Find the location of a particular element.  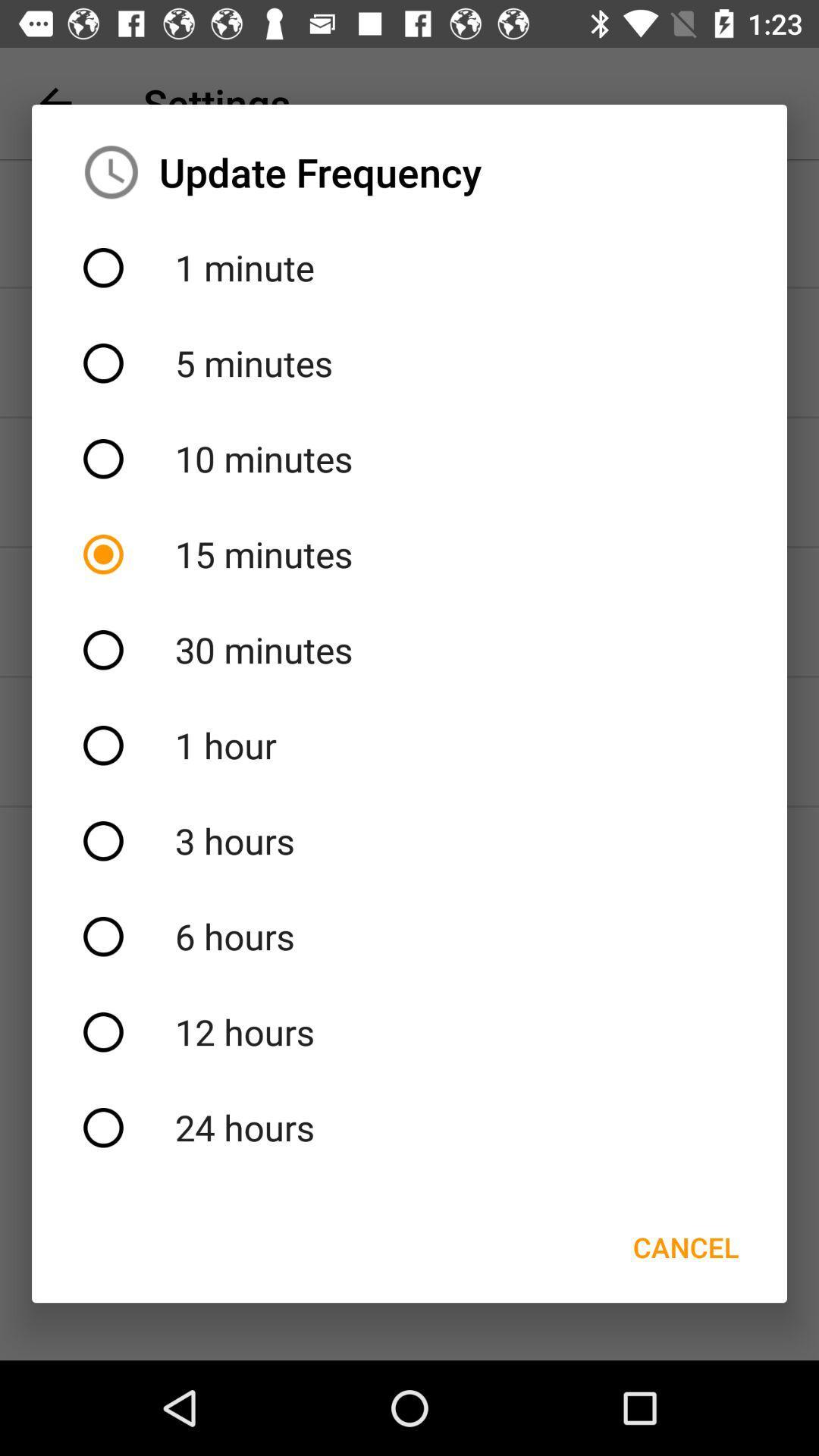

icon below 30 minutes icon is located at coordinates (409, 745).